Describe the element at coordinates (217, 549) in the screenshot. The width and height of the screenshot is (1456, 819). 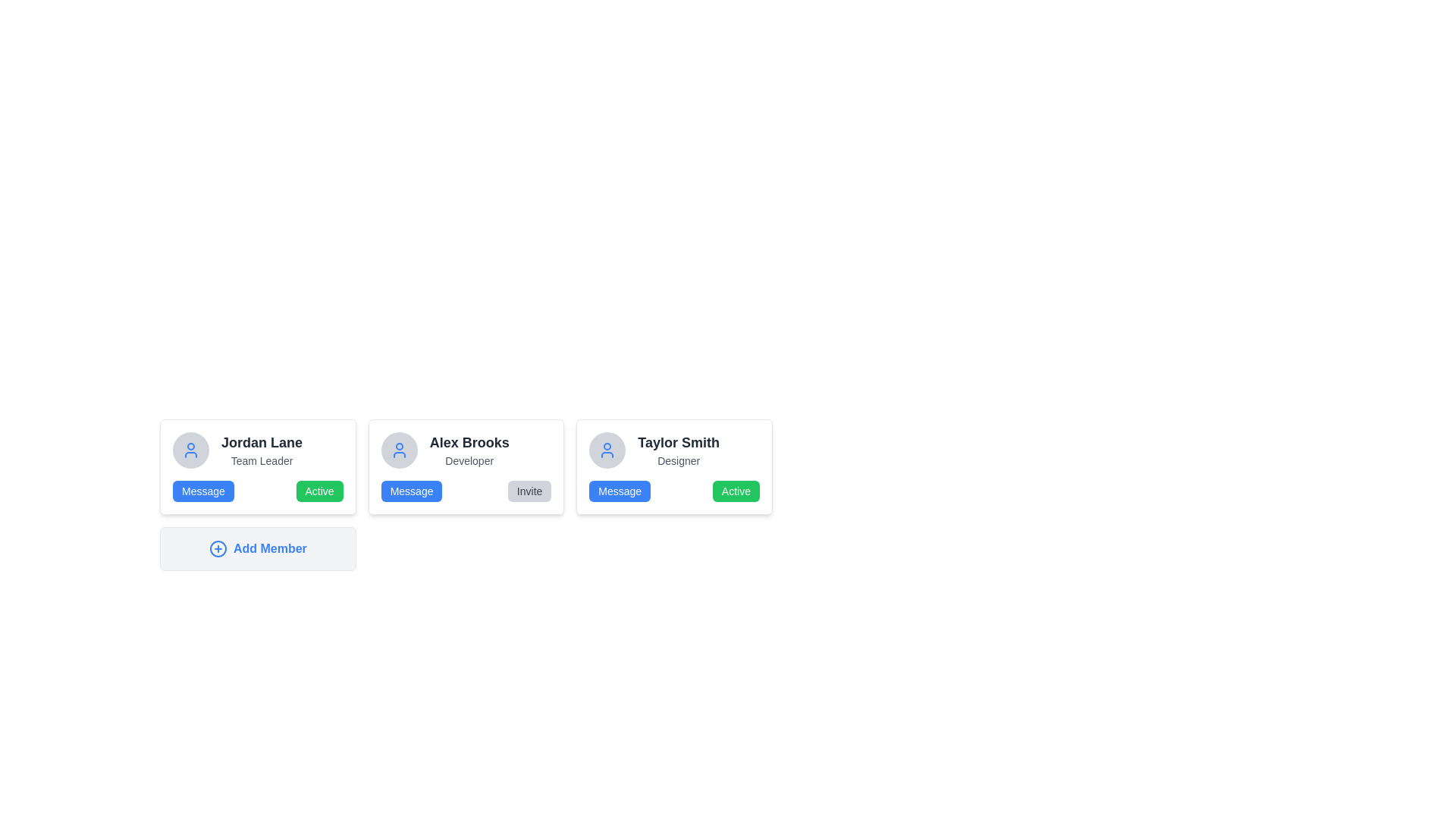
I see `the Decorative SVG circle that is part of the '+' icon, which is located beside the text 'Add Member', positioned near the bottom center of the interface` at that location.